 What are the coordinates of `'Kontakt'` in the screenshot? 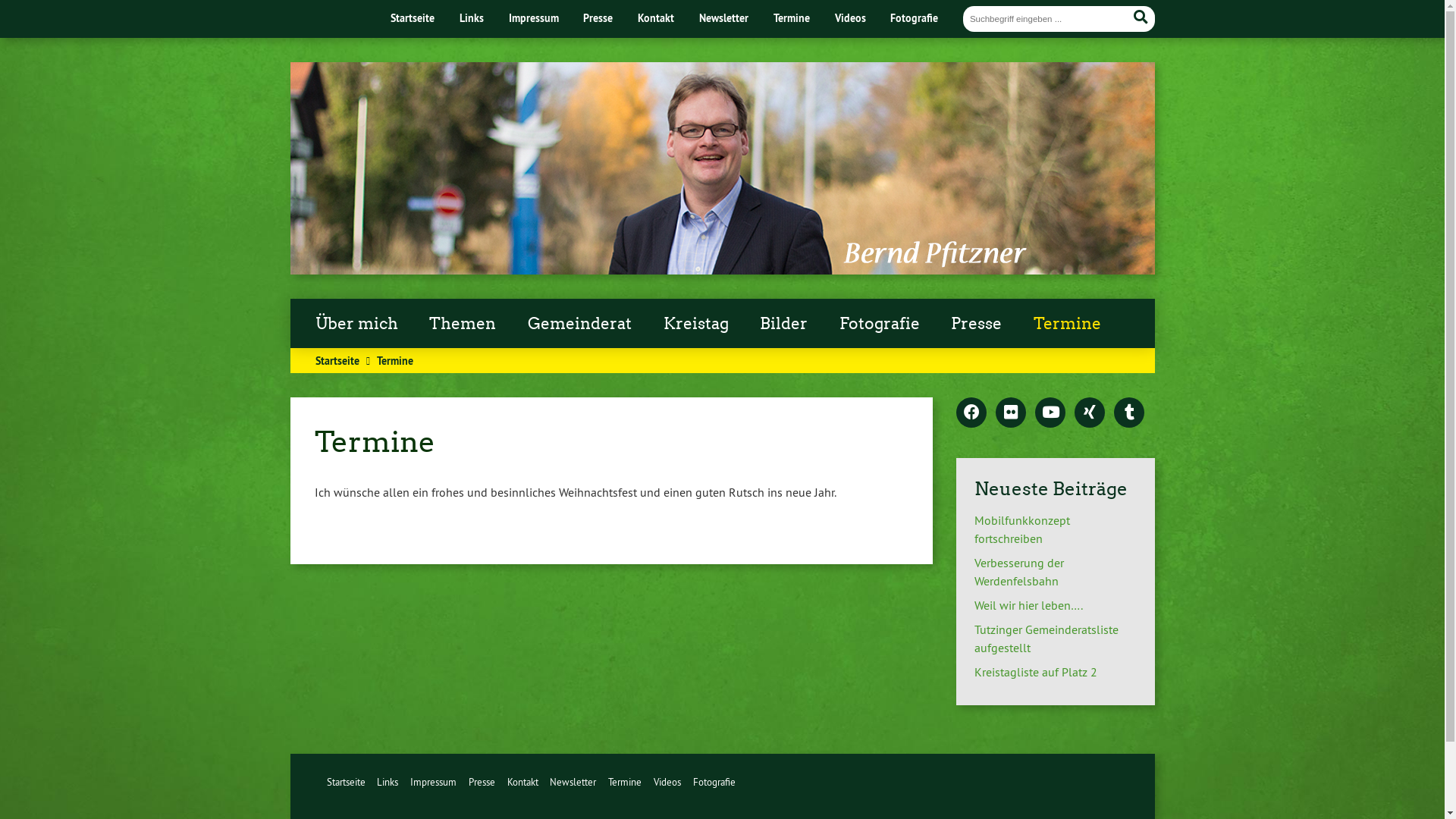 It's located at (522, 781).